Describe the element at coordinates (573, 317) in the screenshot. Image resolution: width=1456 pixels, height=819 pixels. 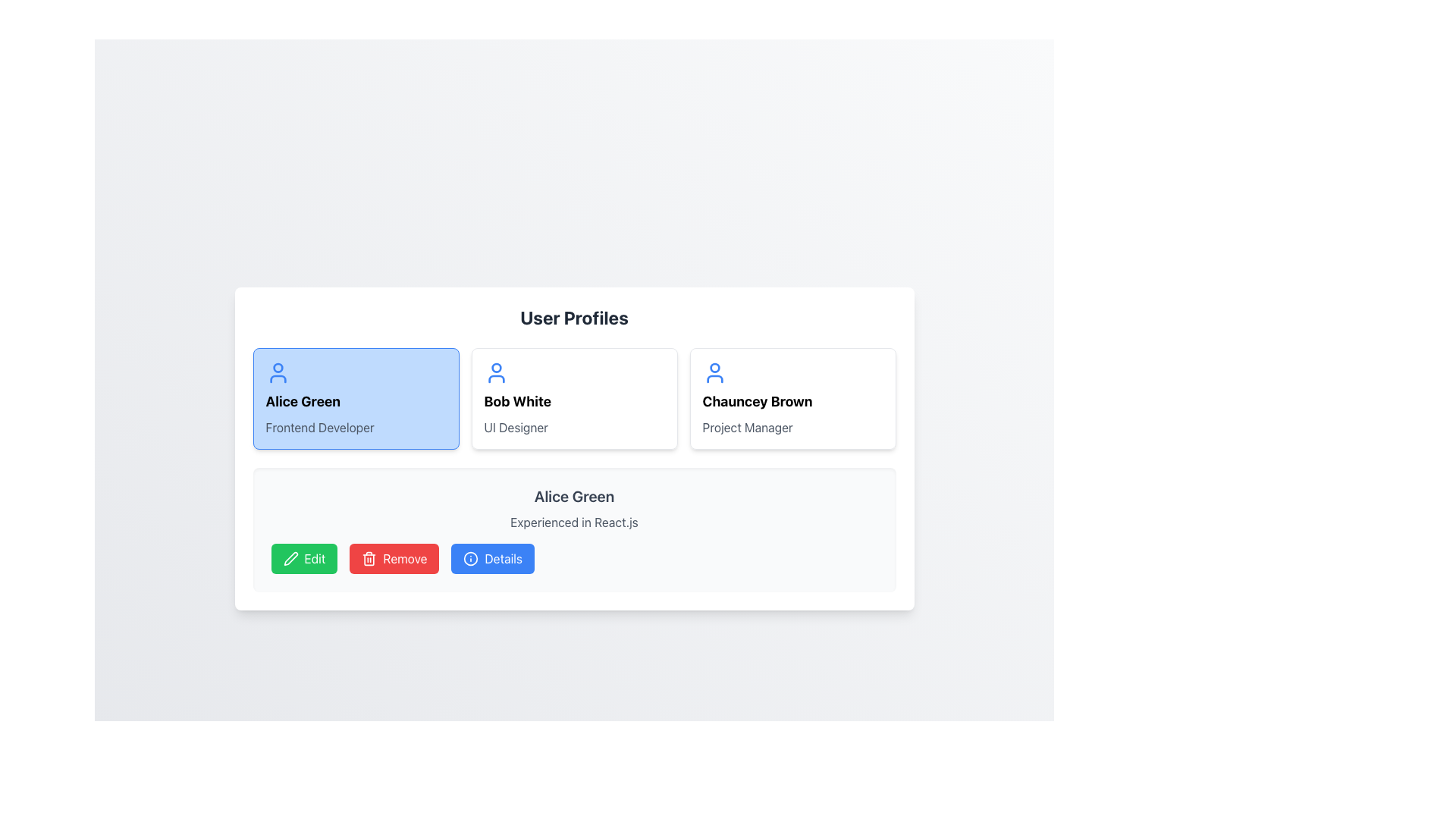
I see `the text header displaying 'User Profiles', which is prominently styled in bold and large font, located at the top of the user profile section` at that location.